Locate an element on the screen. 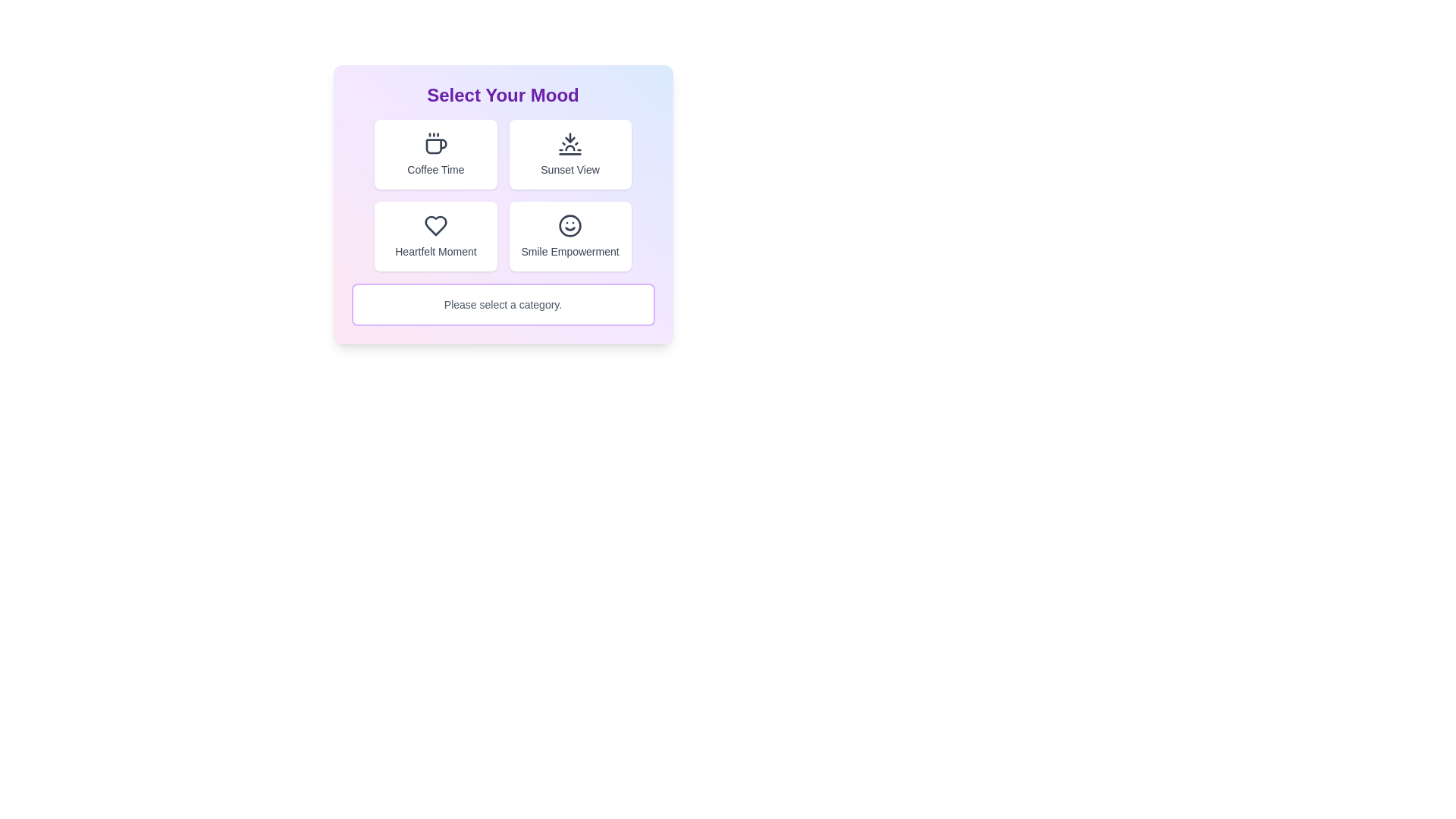 The height and width of the screenshot is (819, 1456). the decorative coffee cup icon representing the 'Coffee Time' option located in the top-left section of the grid is located at coordinates (435, 143).